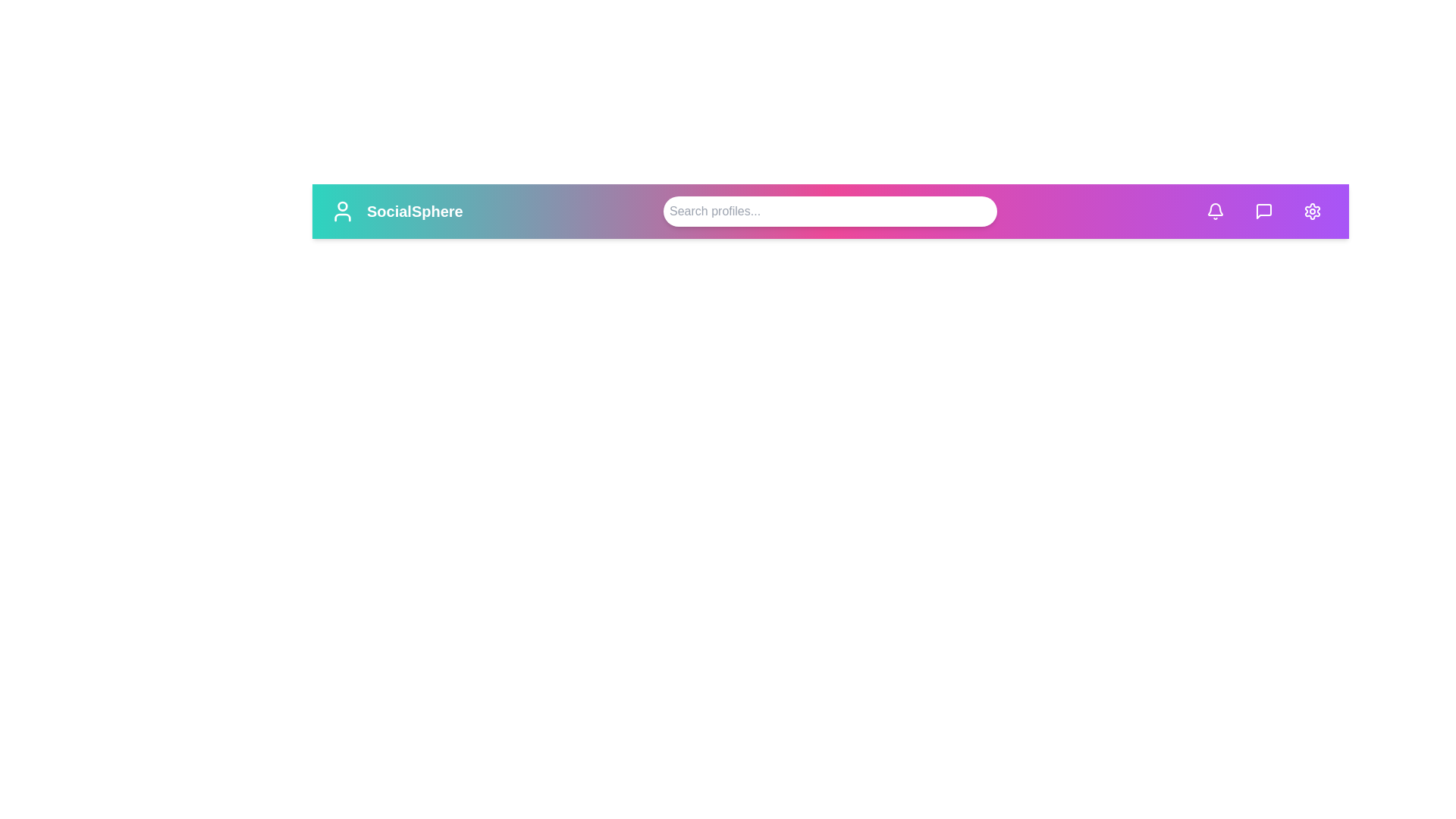 This screenshot has width=1456, height=819. Describe the element at coordinates (1312, 211) in the screenshot. I see `the settings icon to open the configuration menu` at that location.